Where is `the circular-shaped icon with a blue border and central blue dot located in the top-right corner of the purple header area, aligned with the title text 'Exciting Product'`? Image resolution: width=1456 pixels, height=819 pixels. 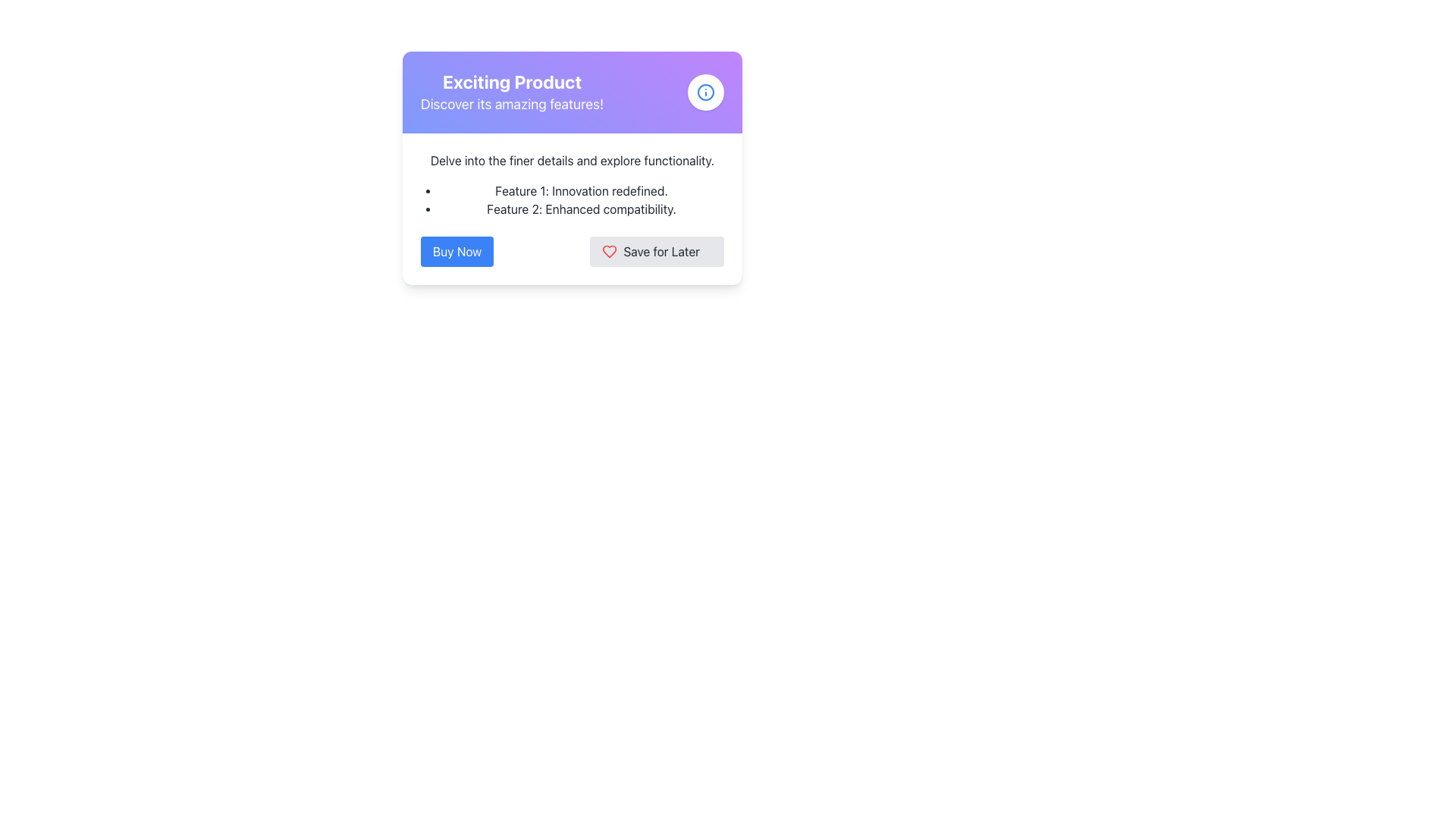
the circular-shaped icon with a blue border and central blue dot located in the top-right corner of the purple header area, aligned with the title text 'Exciting Product' is located at coordinates (705, 93).